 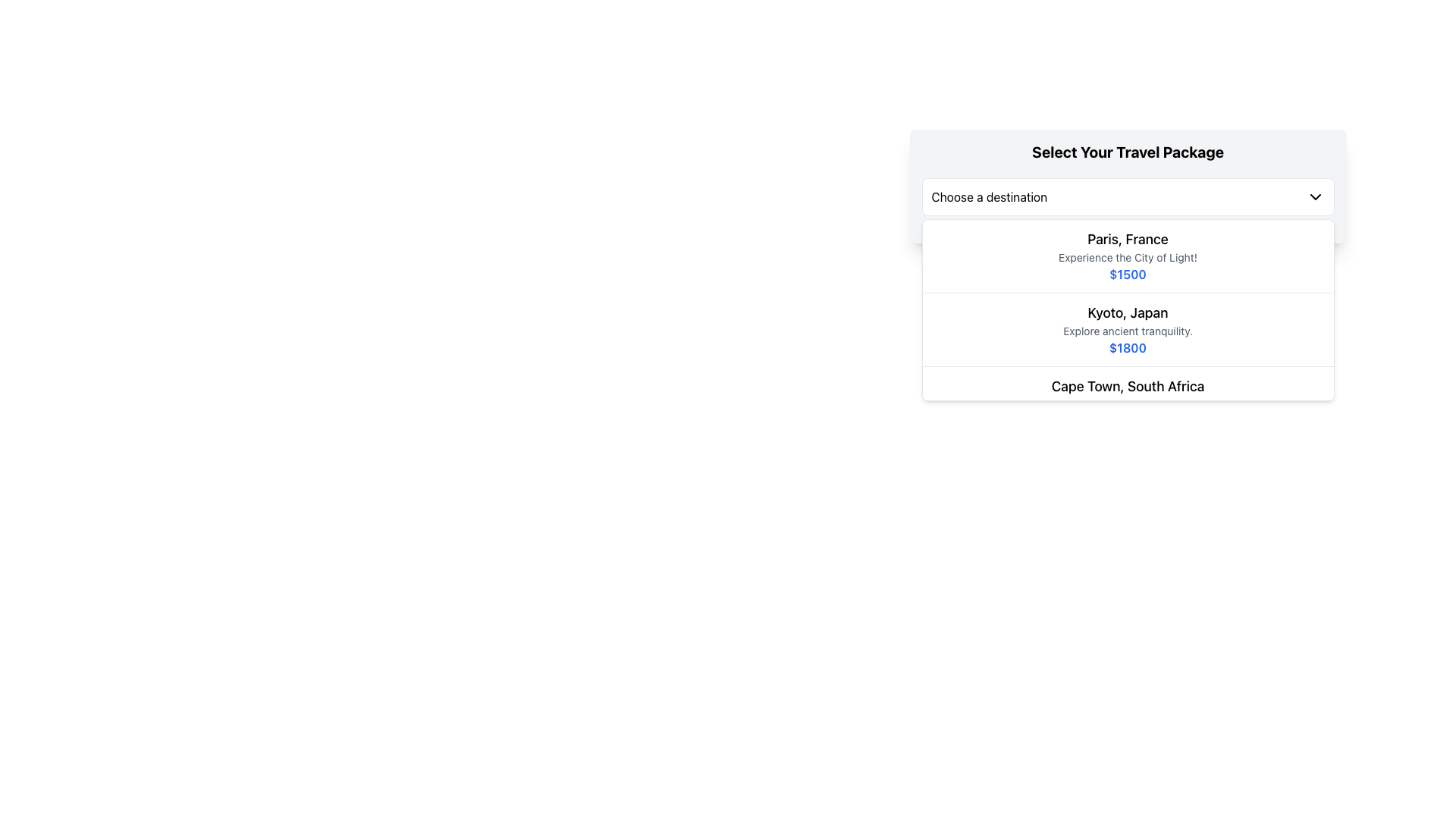 What do you see at coordinates (1128, 275) in the screenshot?
I see `the static text label displaying the price '$1500' for the travel package to 'Paris, France', which is styled in blue and bold font, positioned below the description 'Experience the City of Light!'` at bounding box center [1128, 275].